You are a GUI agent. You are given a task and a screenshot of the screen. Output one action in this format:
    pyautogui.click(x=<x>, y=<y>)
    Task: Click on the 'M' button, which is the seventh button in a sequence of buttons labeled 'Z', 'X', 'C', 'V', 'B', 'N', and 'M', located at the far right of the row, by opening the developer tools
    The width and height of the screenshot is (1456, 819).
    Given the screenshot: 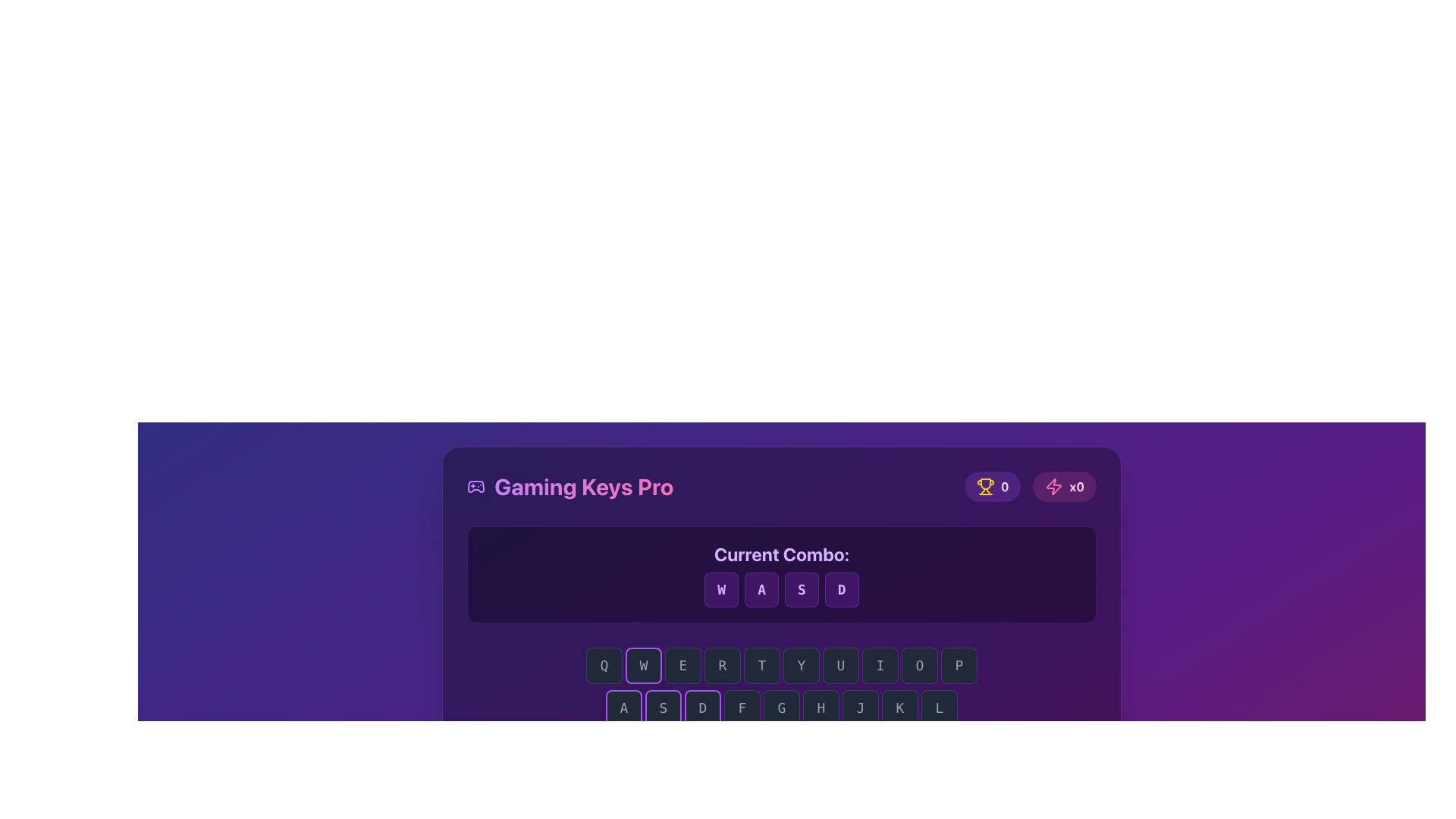 What is the action you would take?
    pyautogui.click(x=899, y=751)
    